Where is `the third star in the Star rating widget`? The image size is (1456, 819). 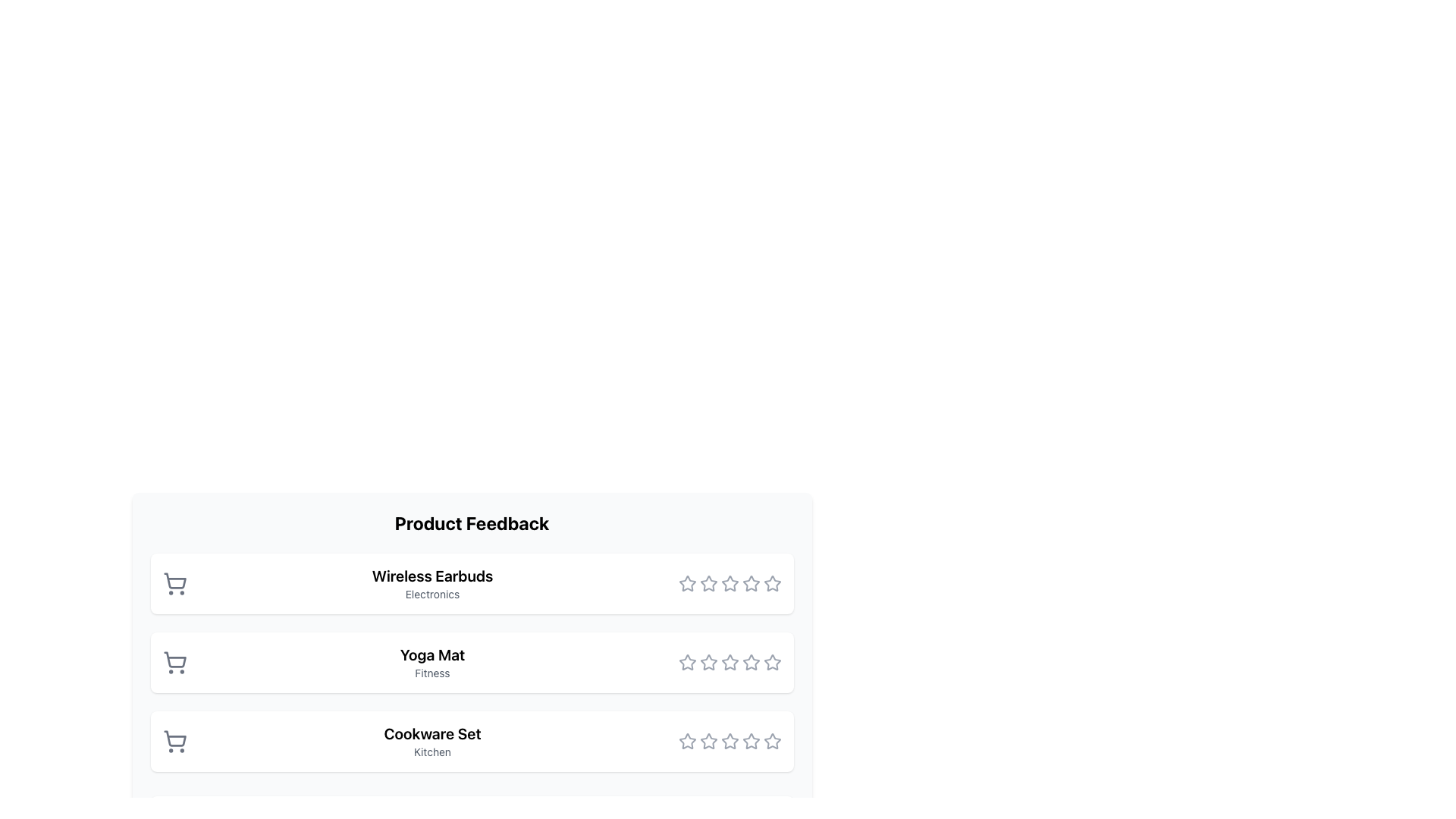
the third star in the Star rating widget is located at coordinates (708, 741).